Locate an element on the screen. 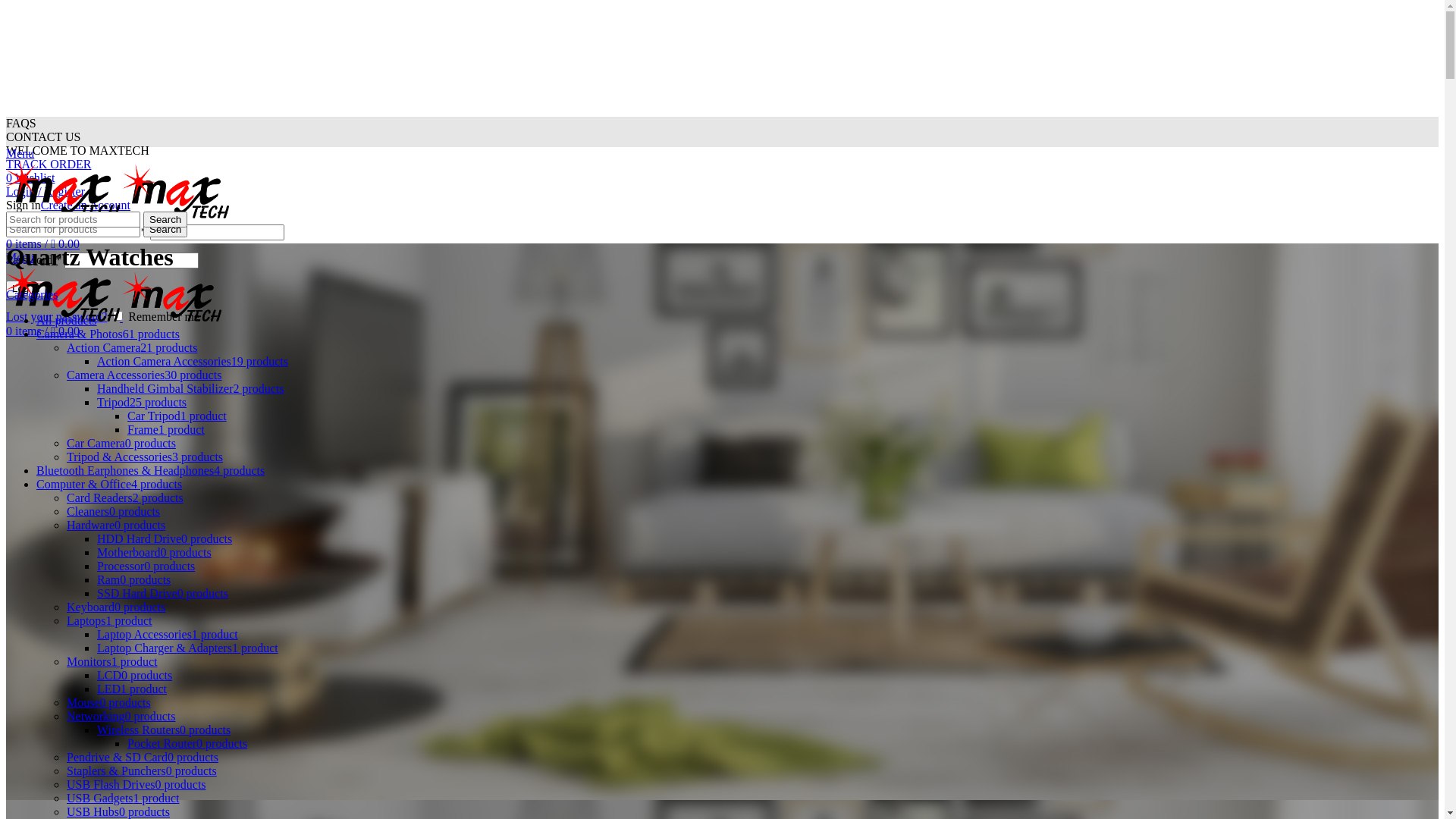 The height and width of the screenshot is (819, 1456). 'Login / Register' is located at coordinates (45, 190).